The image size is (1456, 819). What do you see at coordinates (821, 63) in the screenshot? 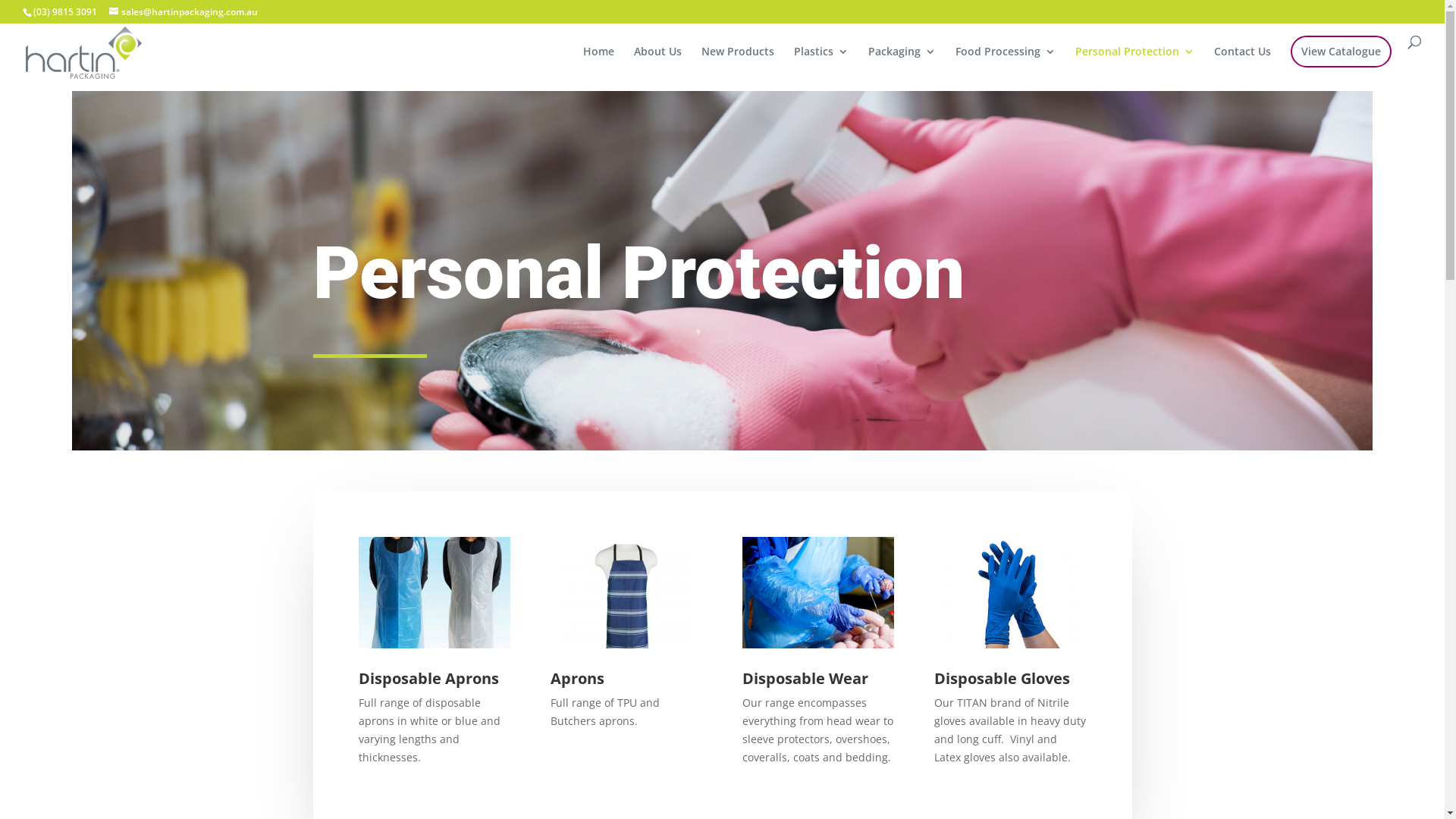
I see `'Plastics'` at bounding box center [821, 63].